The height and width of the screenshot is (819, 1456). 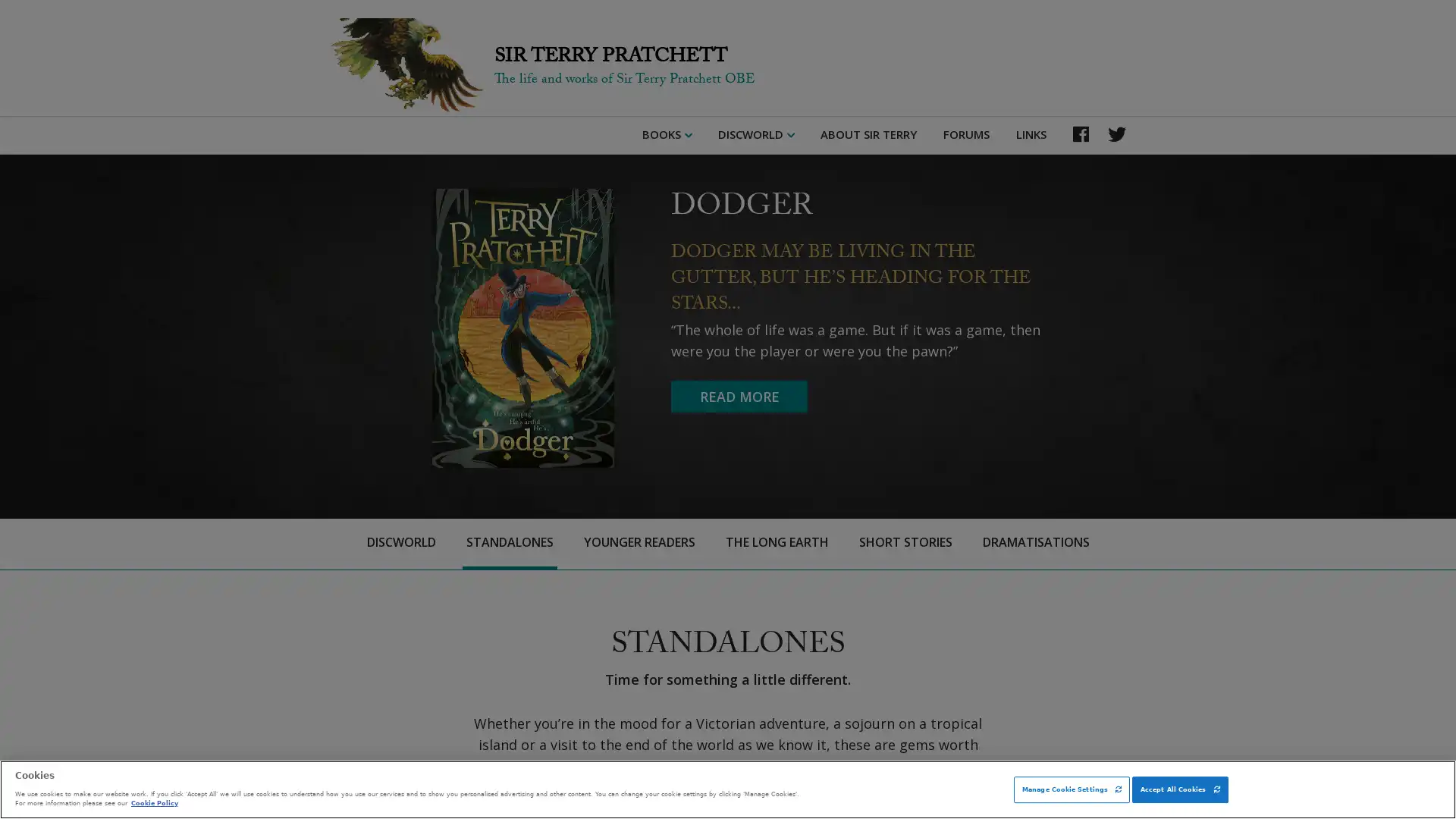 What do you see at coordinates (1178, 789) in the screenshot?
I see `Accept All Cookies` at bounding box center [1178, 789].